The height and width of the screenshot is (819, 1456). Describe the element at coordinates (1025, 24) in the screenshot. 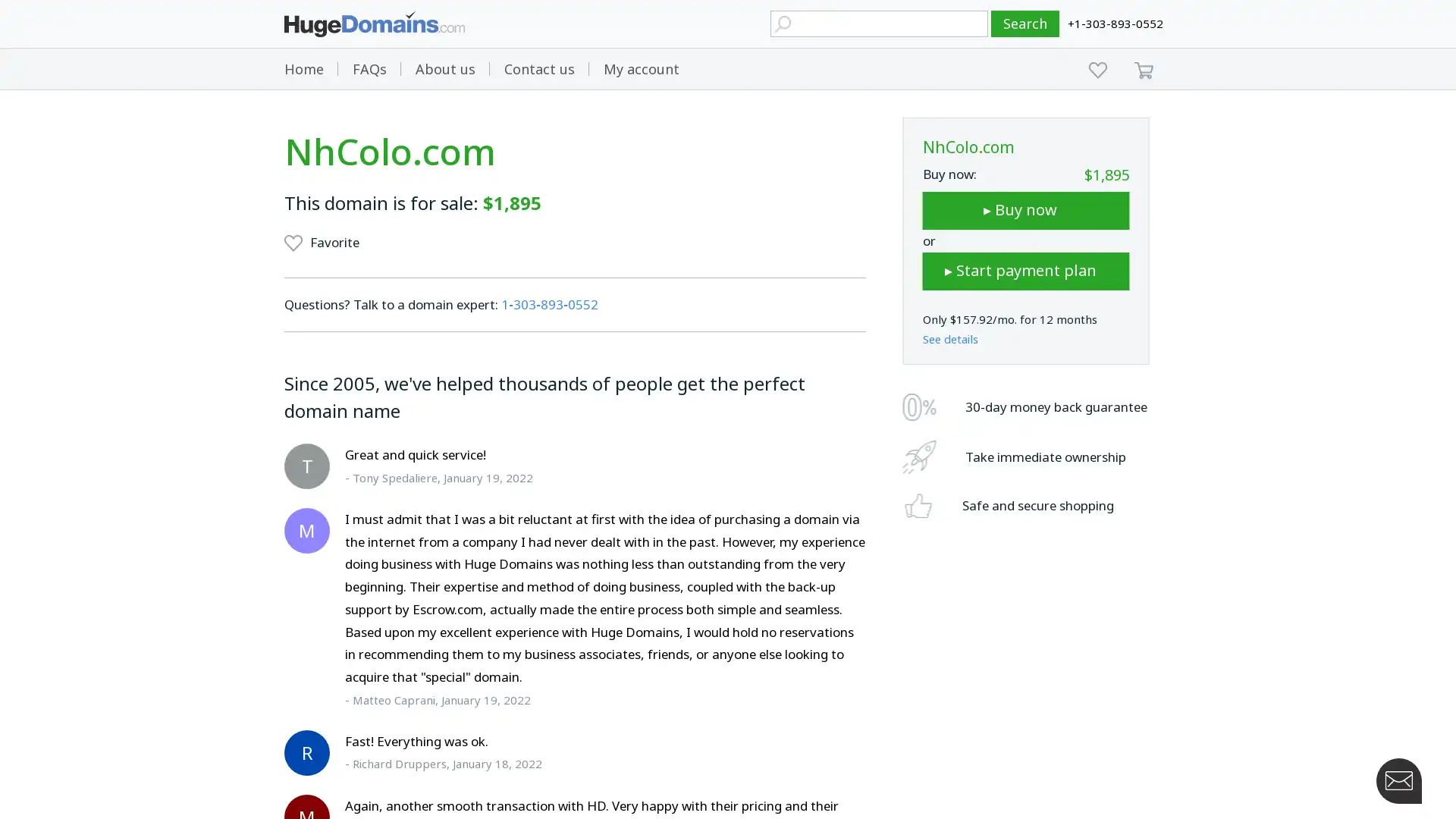

I see `Search` at that location.